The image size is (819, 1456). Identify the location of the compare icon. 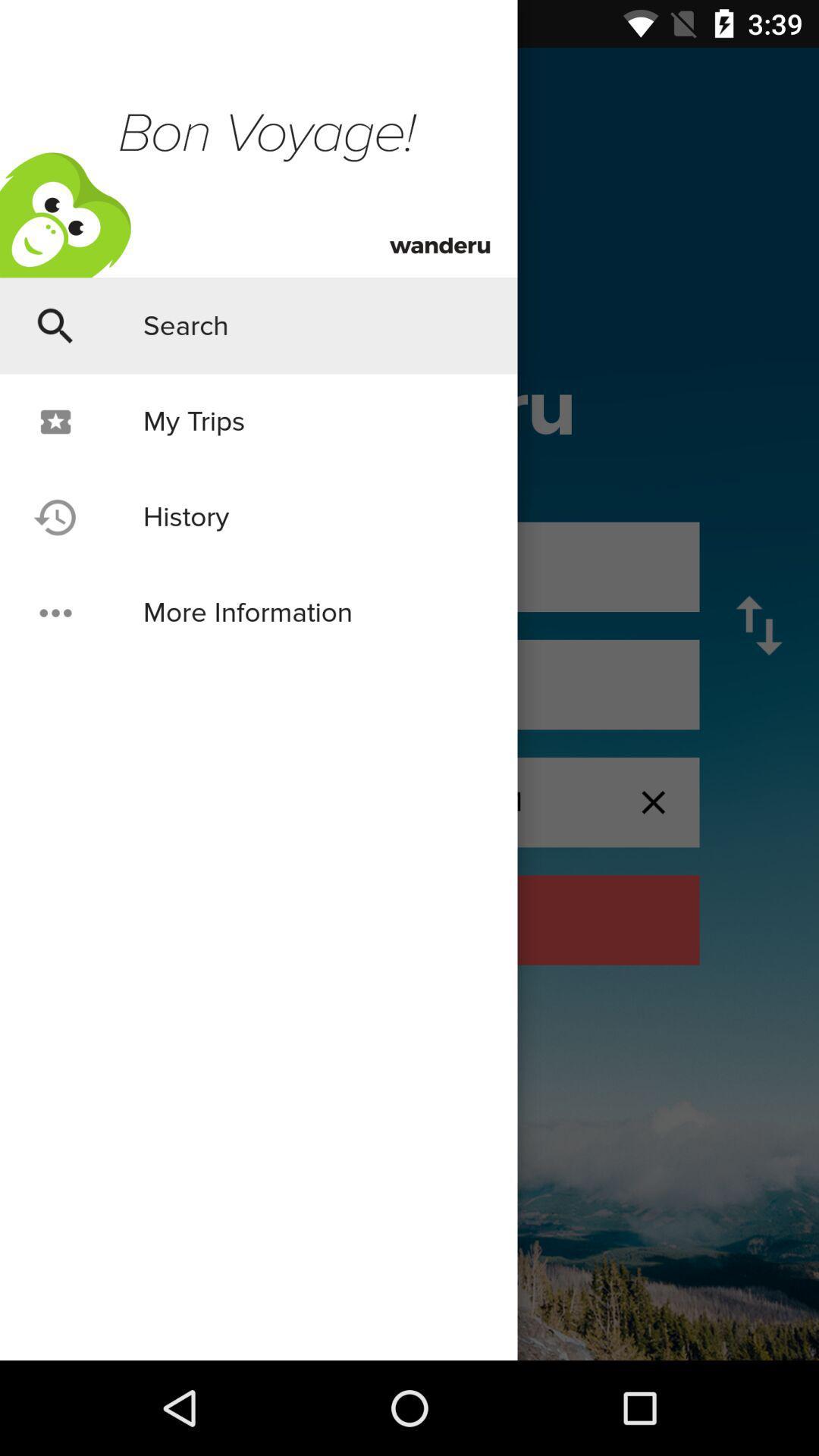
(759, 626).